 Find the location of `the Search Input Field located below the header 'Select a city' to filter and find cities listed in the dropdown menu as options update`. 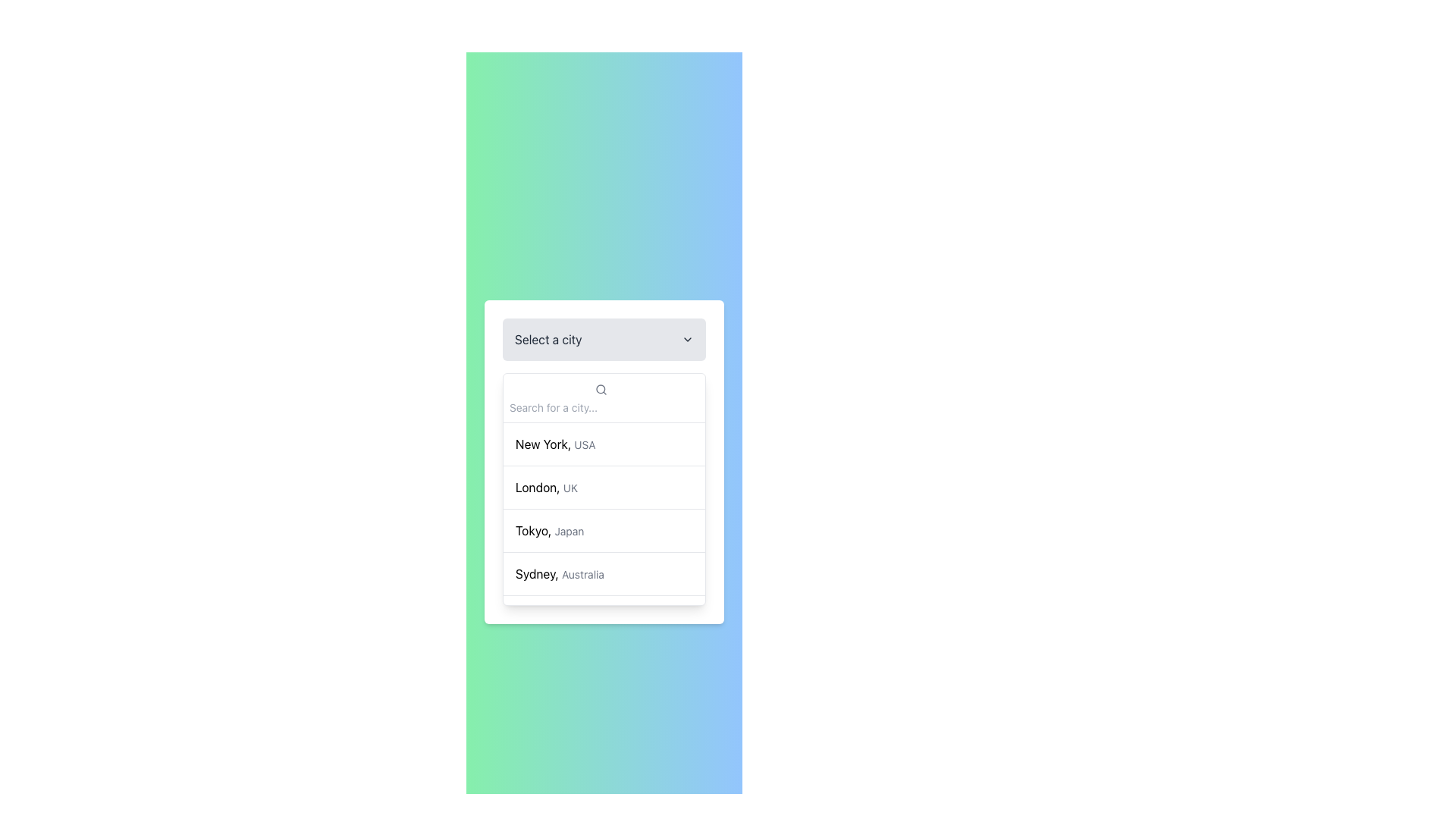

the Search Input Field located below the header 'Select a city' to filter and find cities listed in the dropdown menu as options update is located at coordinates (603, 397).